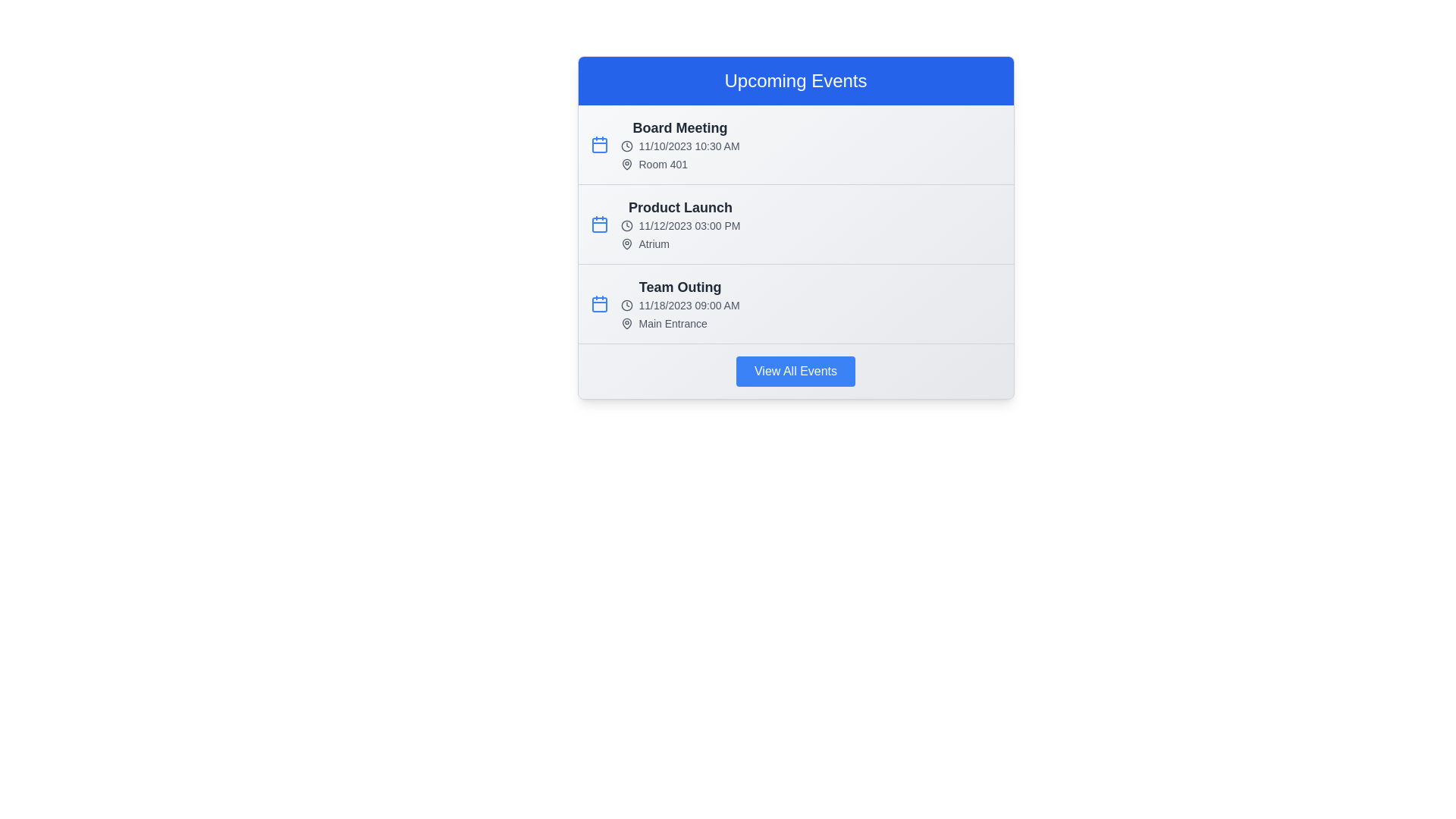 The width and height of the screenshot is (1456, 819). What do you see at coordinates (626, 243) in the screenshot?
I see `the pin-shaped outline icon located to the left of the text 'Atrium' in the 'Product Launch' event details` at bounding box center [626, 243].